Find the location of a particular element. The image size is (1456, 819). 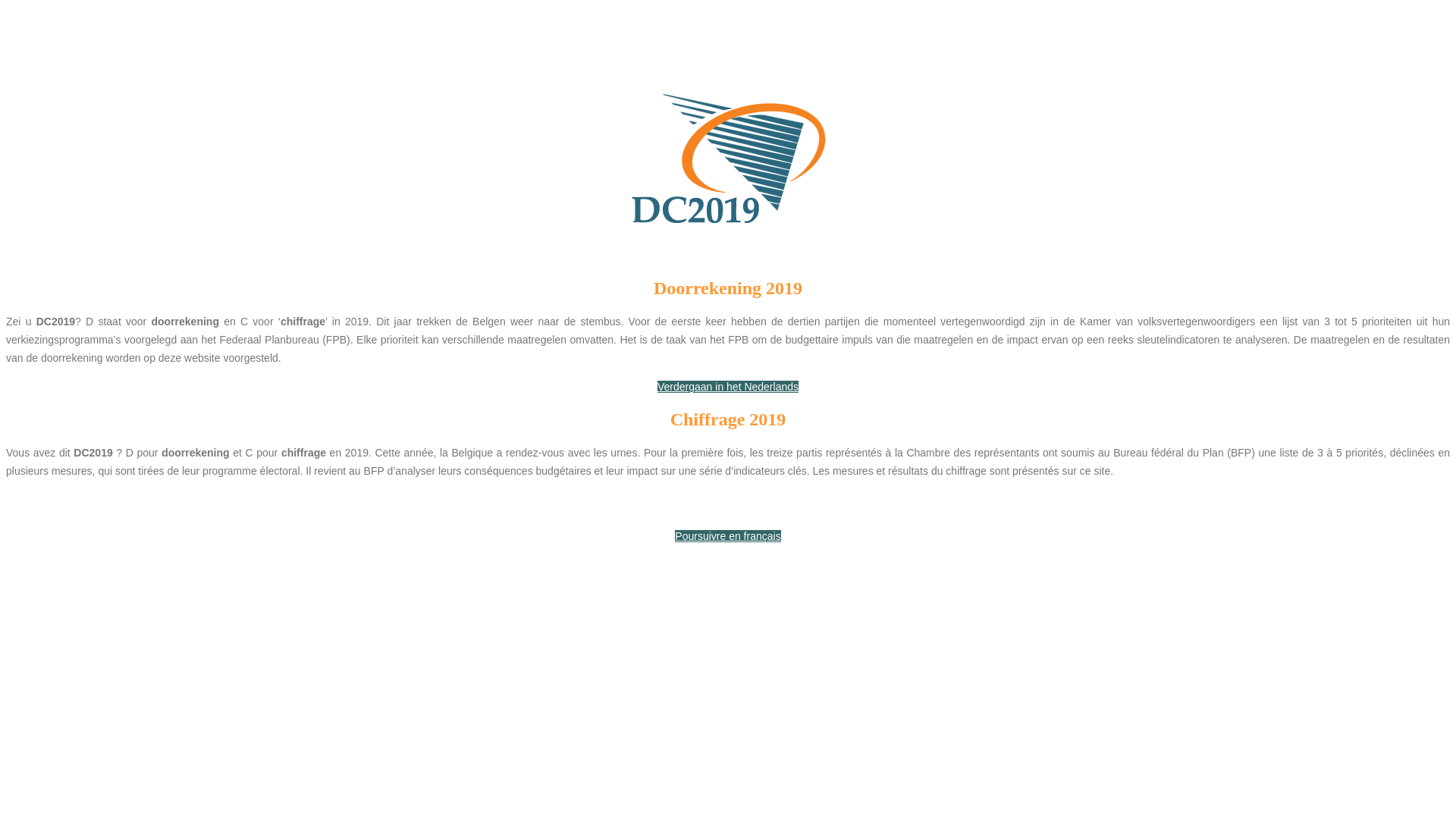

'Verdergaan in het Nederlands' is located at coordinates (657, 385).